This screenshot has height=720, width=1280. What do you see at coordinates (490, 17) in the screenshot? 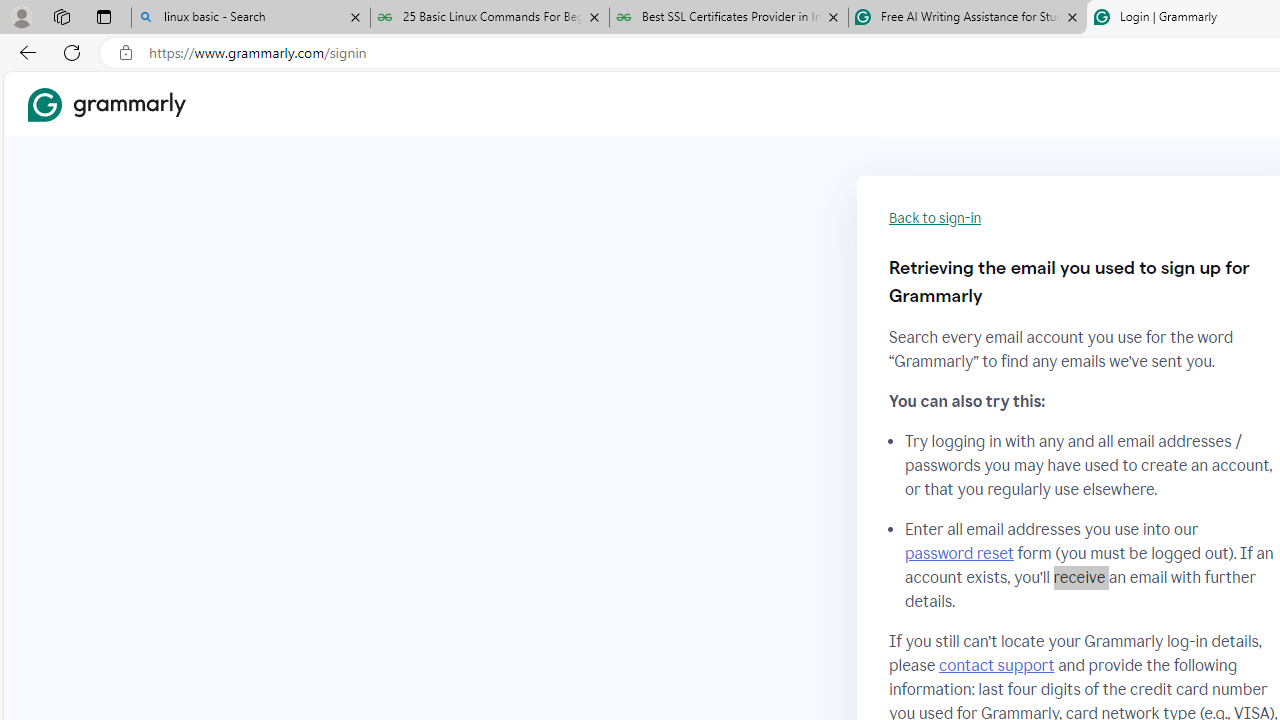
I see `'25 Basic Linux Commands For Beginners - GeeksforGeeks'` at bounding box center [490, 17].